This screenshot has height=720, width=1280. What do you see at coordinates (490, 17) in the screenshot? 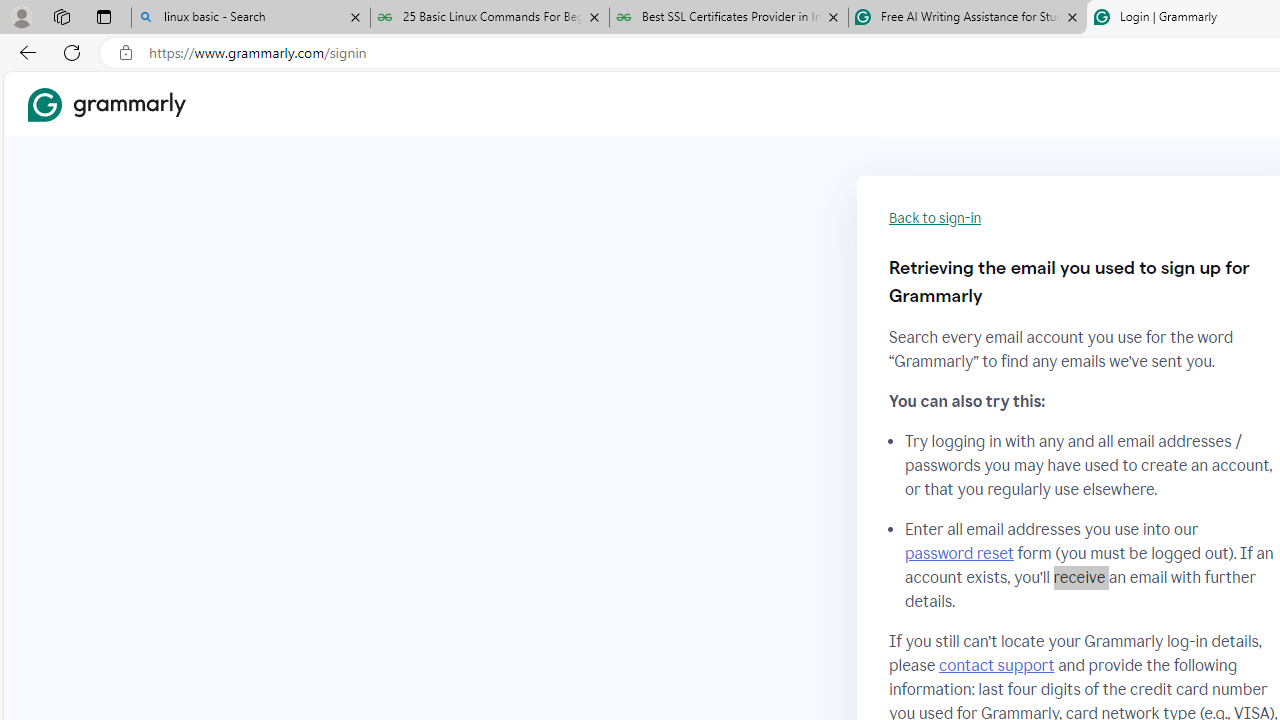
I see `'25 Basic Linux Commands For Beginners - GeeksforGeeks'` at bounding box center [490, 17].